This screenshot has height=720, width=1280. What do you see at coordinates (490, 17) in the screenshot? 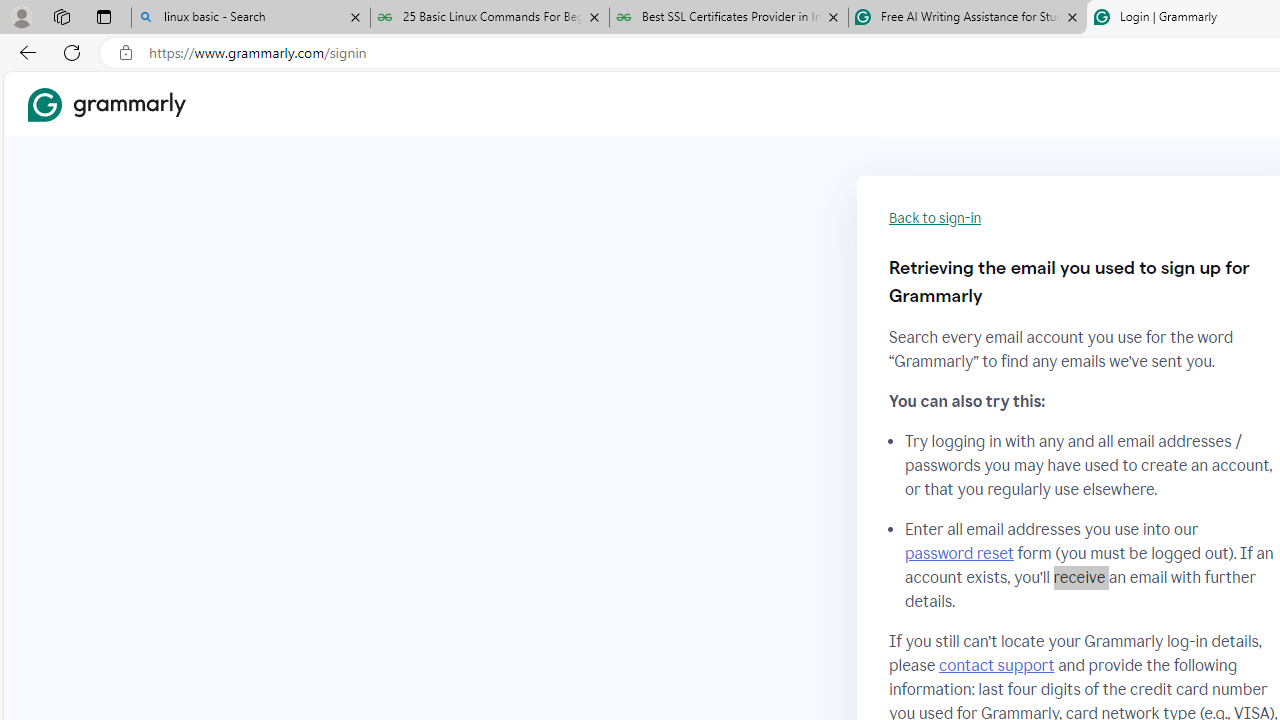
I see `'25 Basic Linux Commands For Beginners - GeeksforGeeks'` at bounding box center [490, 17].